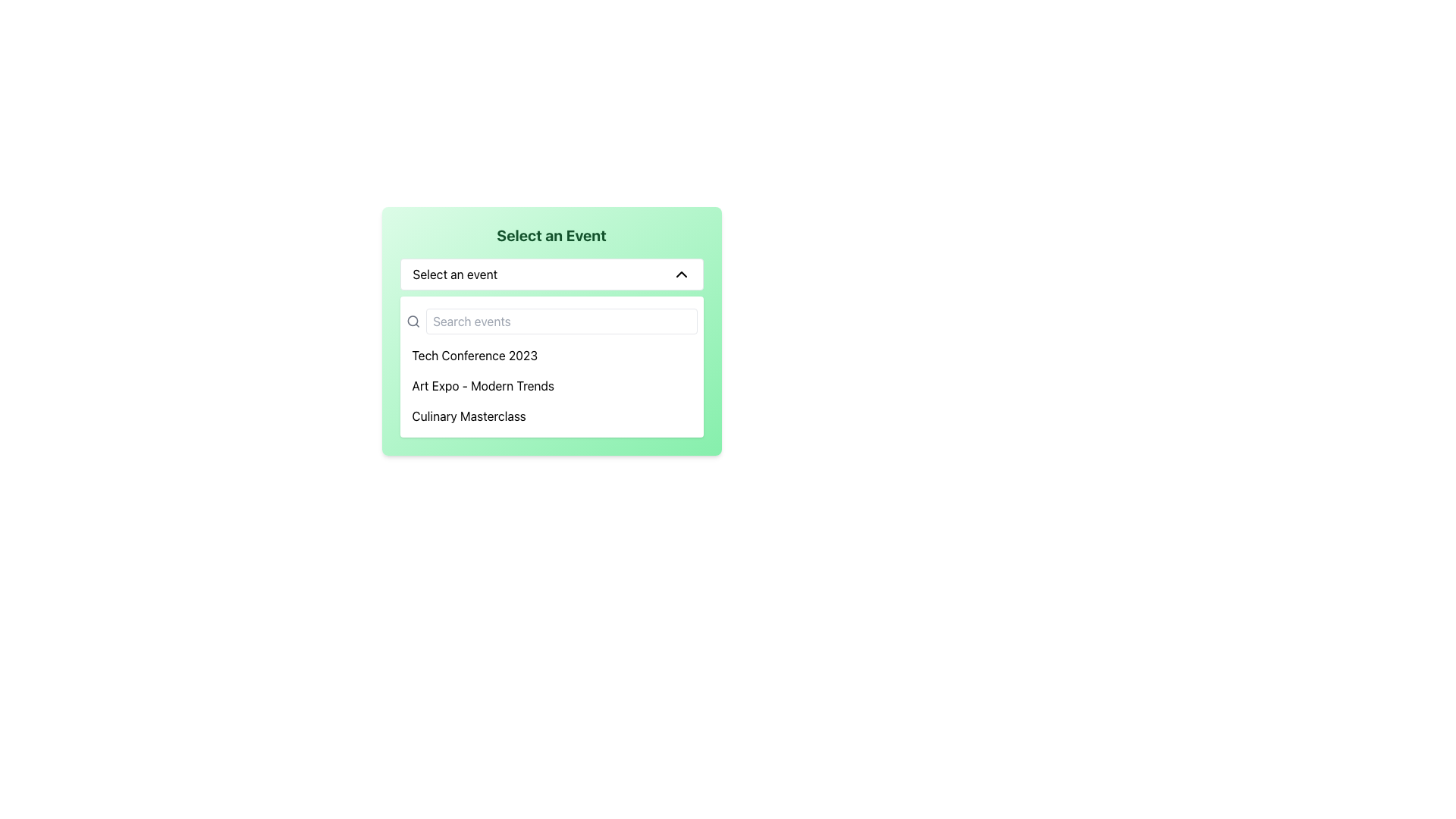 This screenshot has width=1456, height=819. Describe the element at coordinates (413, 321) in the screenshot. I see `the search icon located to the left of the text input field with placeholder text 'Search events'` at that location.